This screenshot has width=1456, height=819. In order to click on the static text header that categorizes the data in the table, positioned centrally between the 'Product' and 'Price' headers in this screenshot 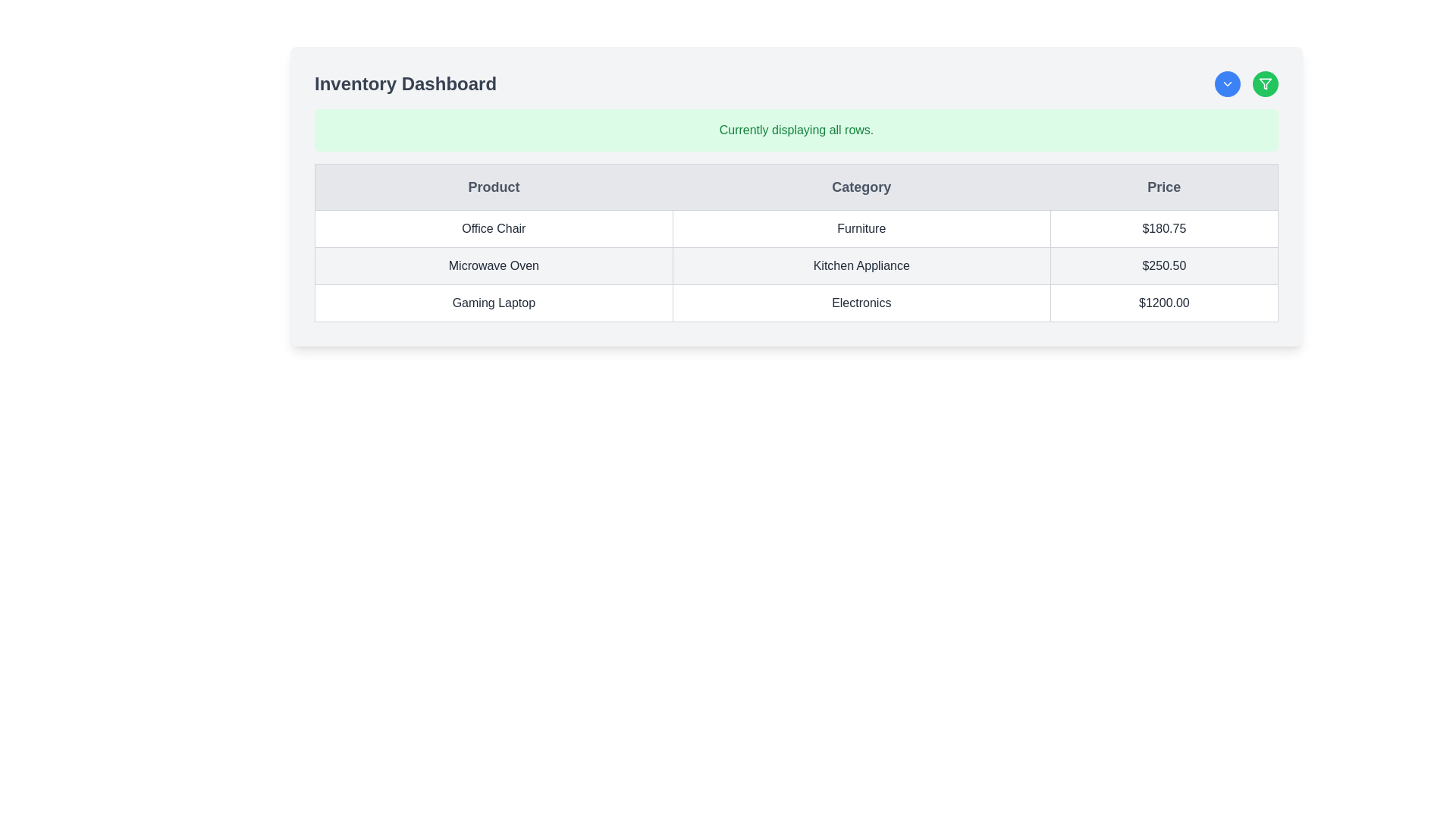, I will do `click(861, 186)`.